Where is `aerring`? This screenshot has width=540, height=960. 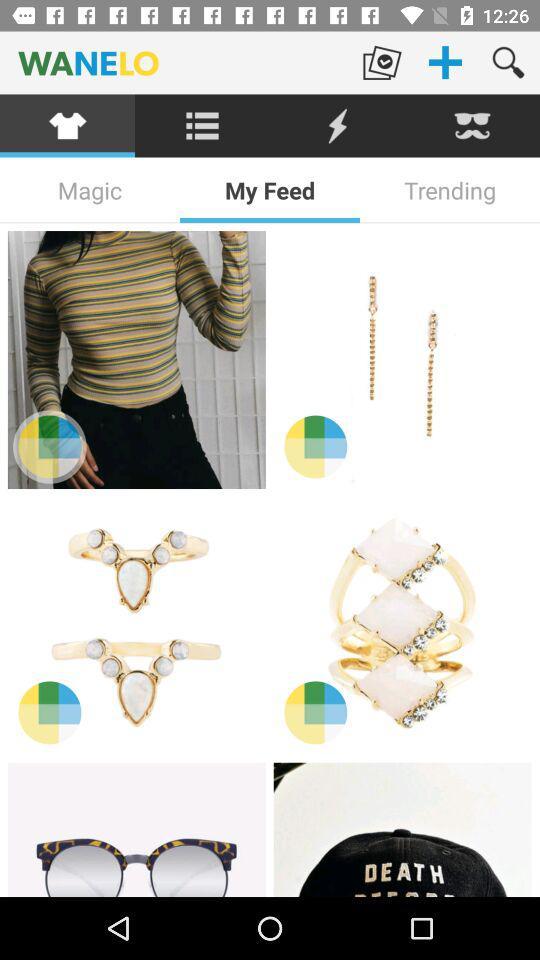 aerring is located at coordinates (402, 360).